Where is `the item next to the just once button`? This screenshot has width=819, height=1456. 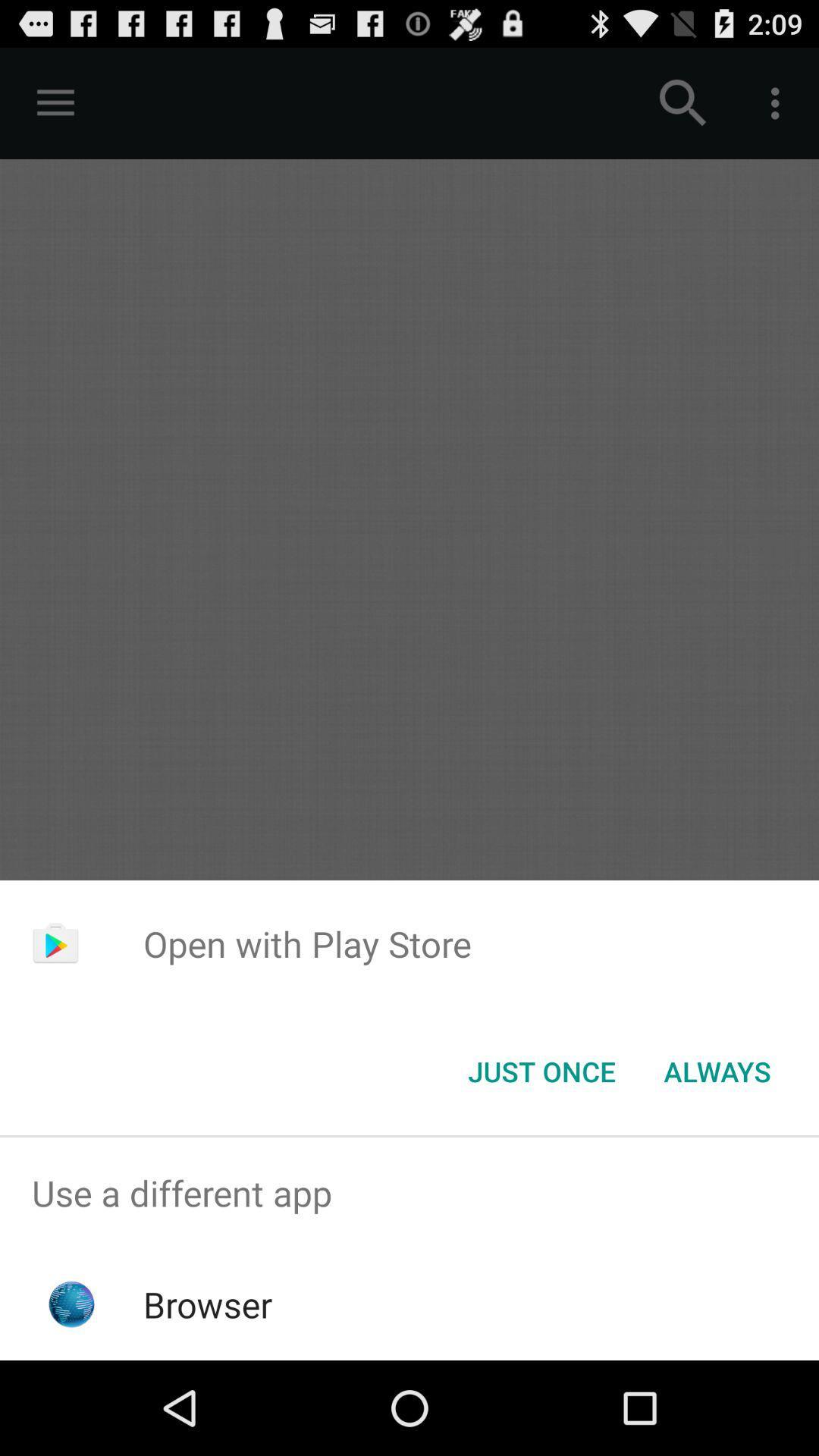
the item next to the just once button is located at coordinates (717, 1070).